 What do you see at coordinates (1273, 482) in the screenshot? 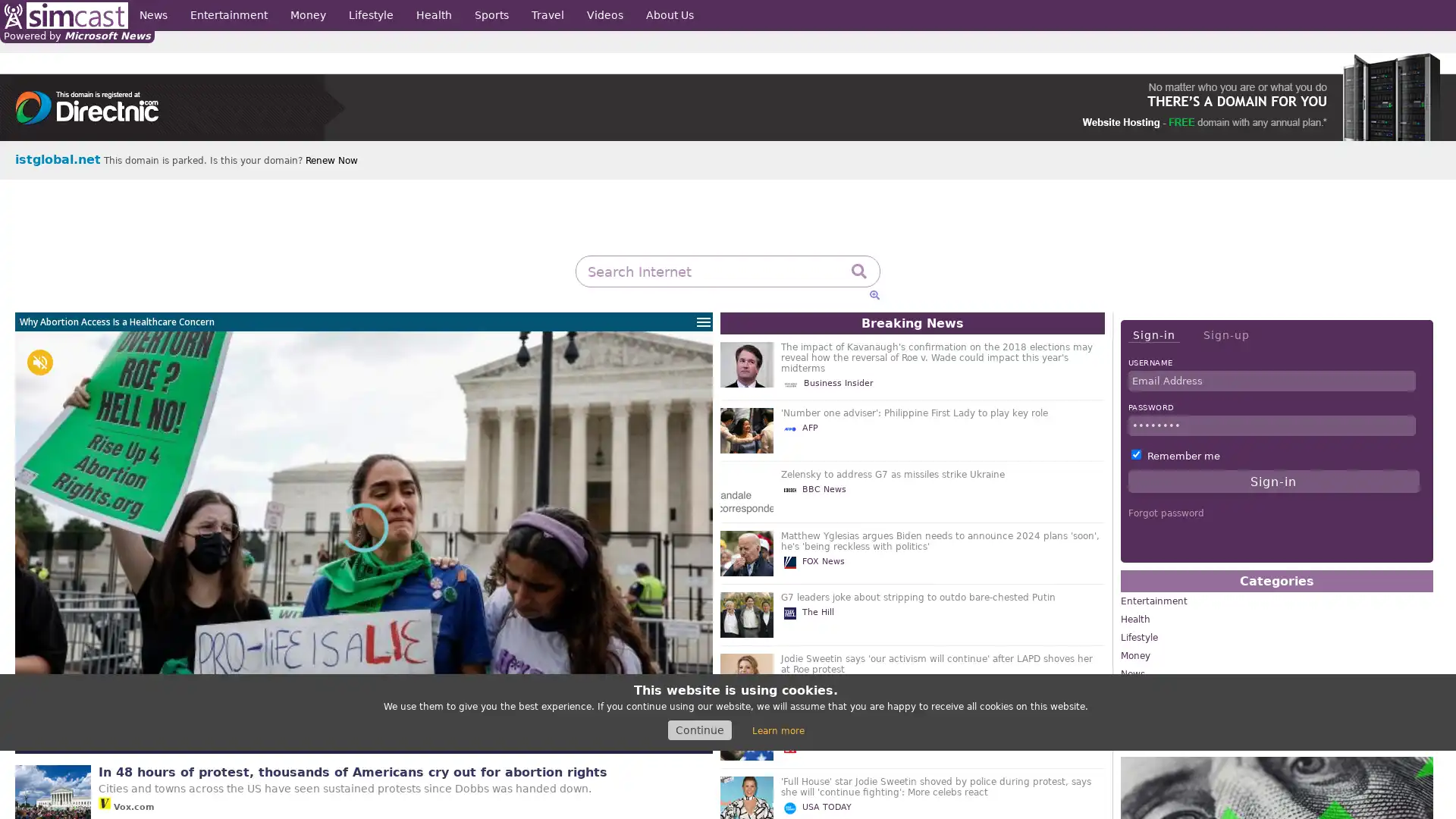
I see `Sign-in` at bounding box center [1273, 482].